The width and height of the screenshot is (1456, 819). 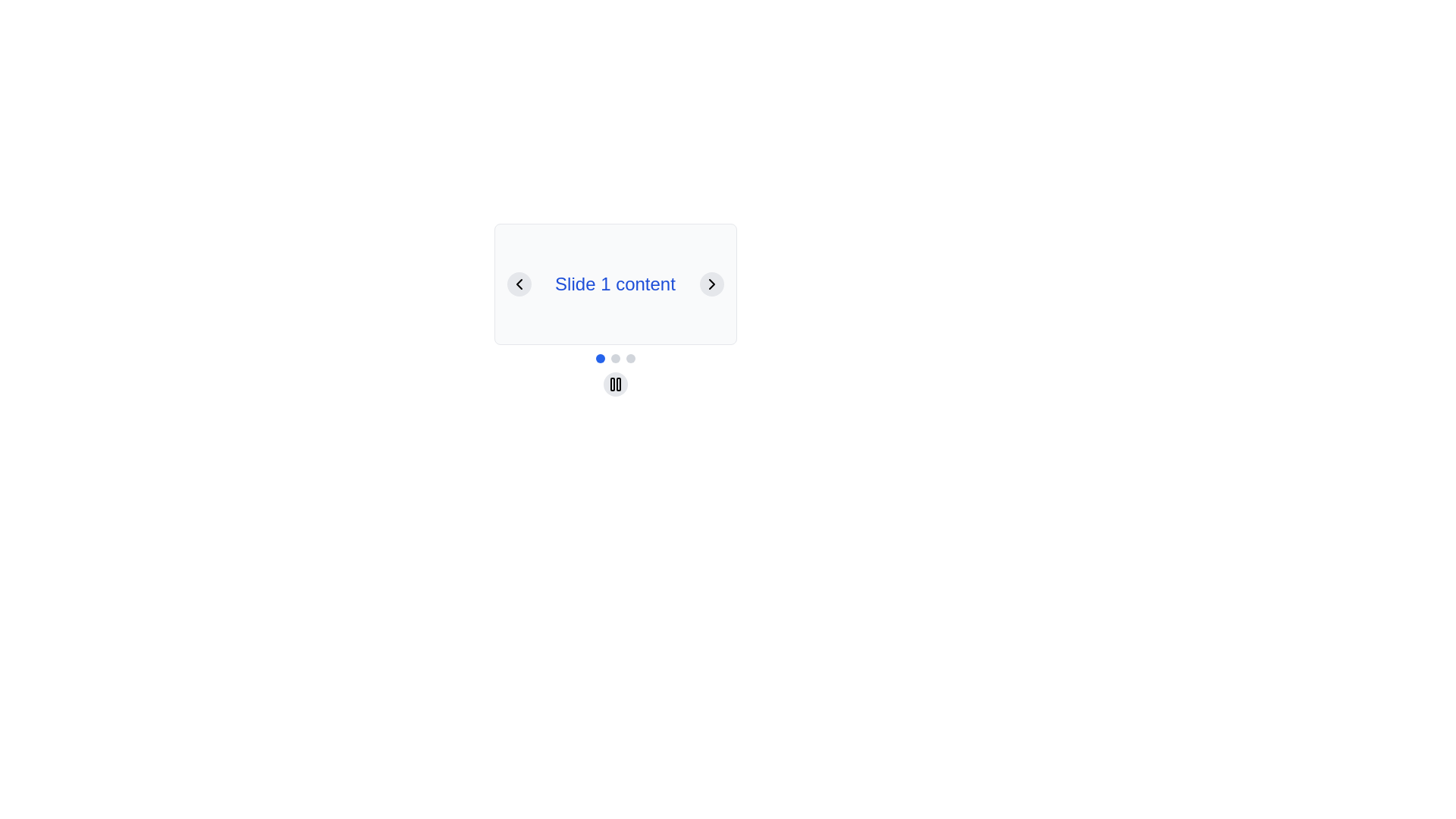 I want to click on the left bar of the pause button icon, which is a vertical rectangular bar with rounded corners, located below the main carousel component, so click(x=612, y=383).